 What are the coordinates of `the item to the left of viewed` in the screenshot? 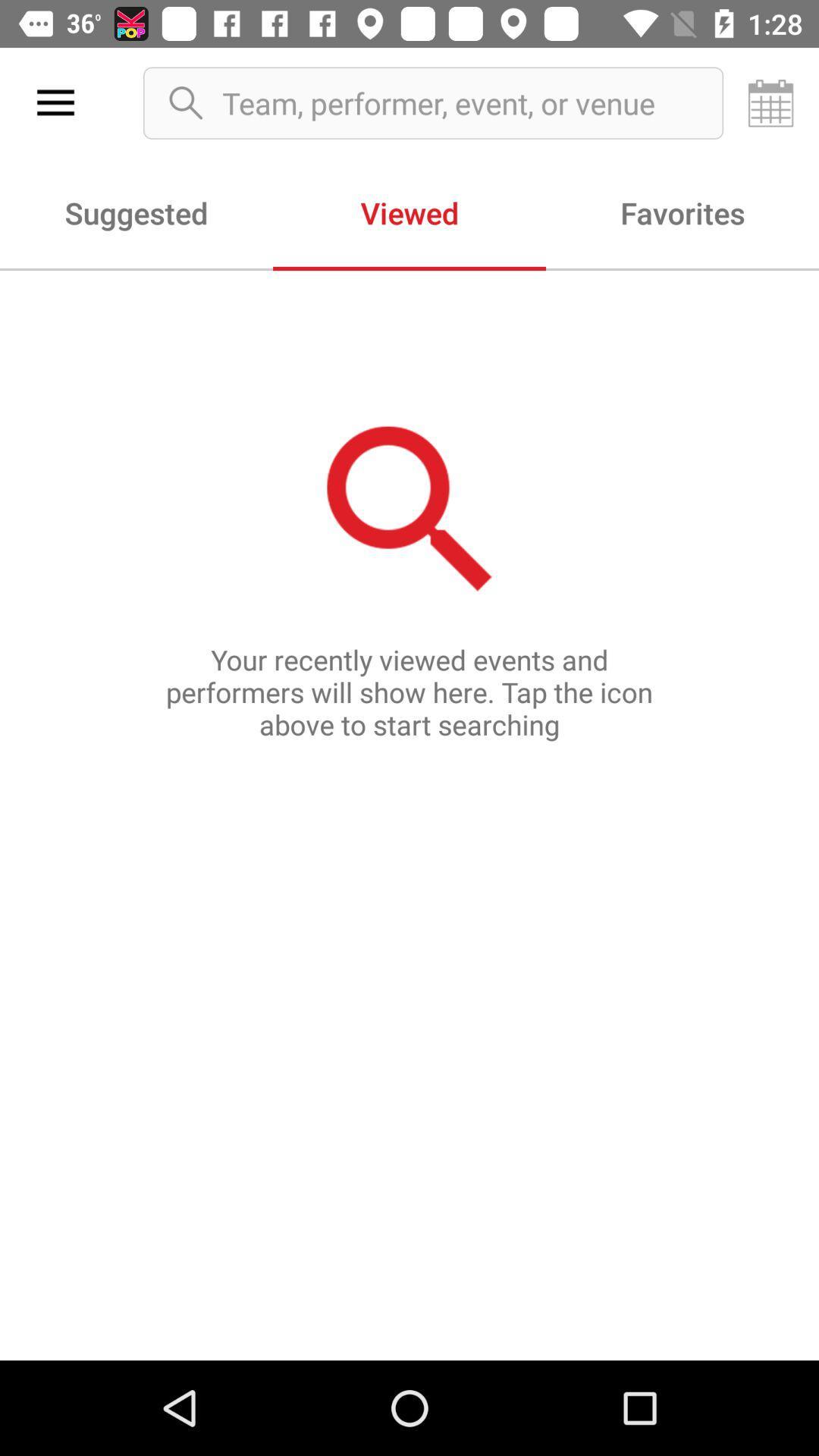 It's located at (136, 212).